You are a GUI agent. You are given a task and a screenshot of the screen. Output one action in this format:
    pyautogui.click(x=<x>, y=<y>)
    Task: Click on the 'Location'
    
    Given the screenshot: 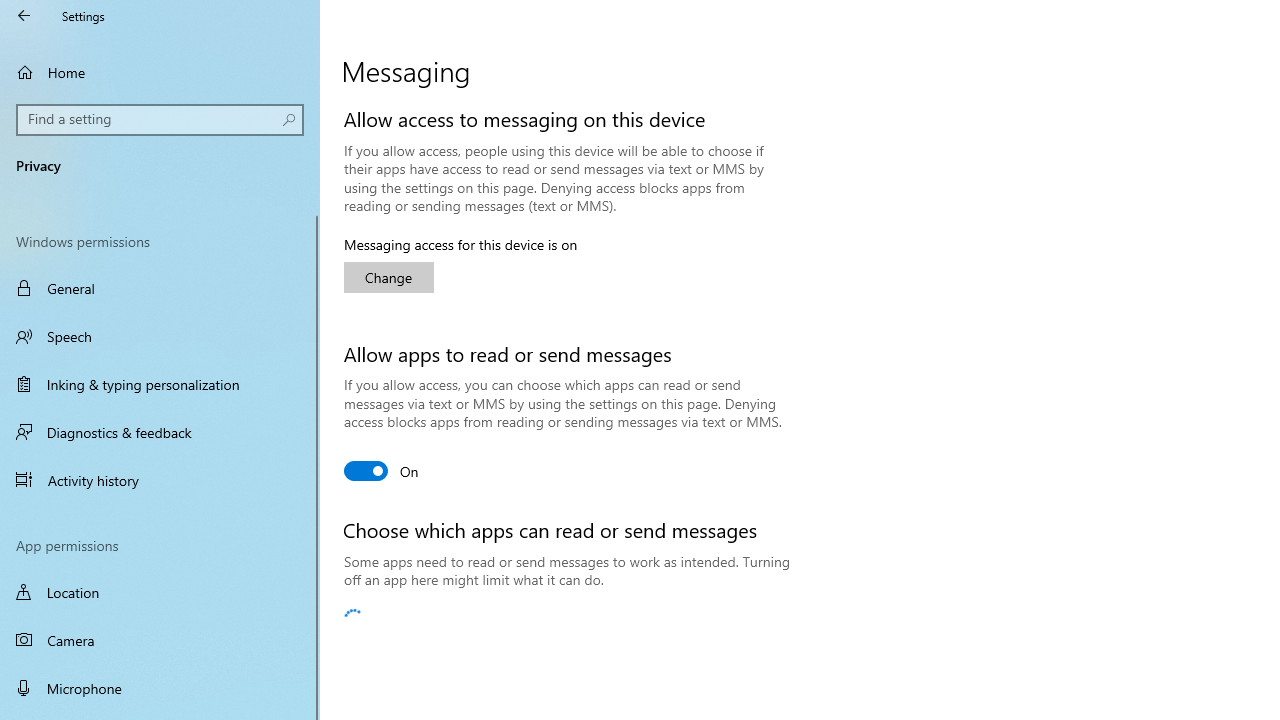 What is the action you would take?
    pyautogui.click(x=160, y=591)
    